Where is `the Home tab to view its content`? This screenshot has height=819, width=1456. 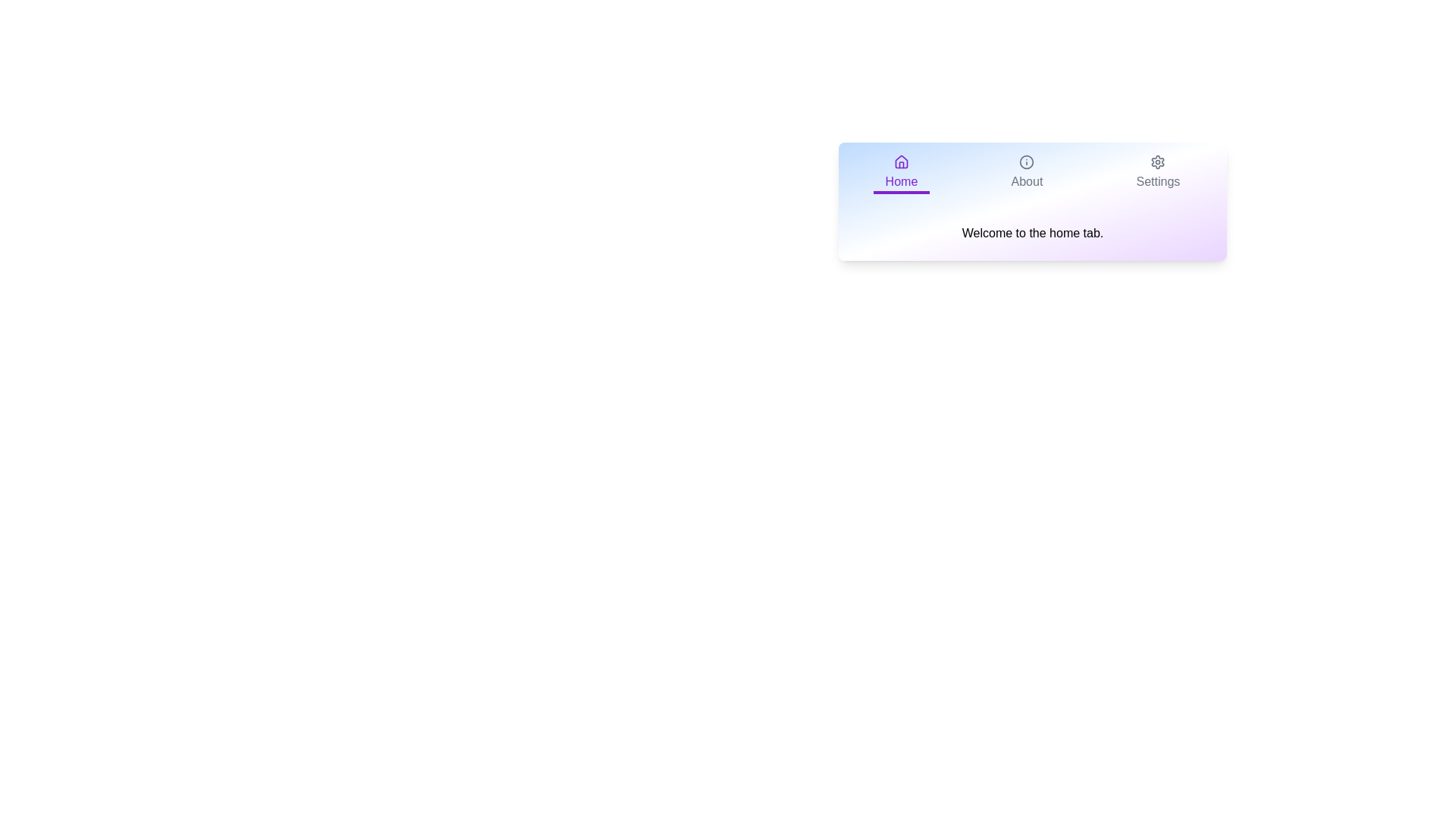
the Home tab to view its content is located at coordinates (901, 174).